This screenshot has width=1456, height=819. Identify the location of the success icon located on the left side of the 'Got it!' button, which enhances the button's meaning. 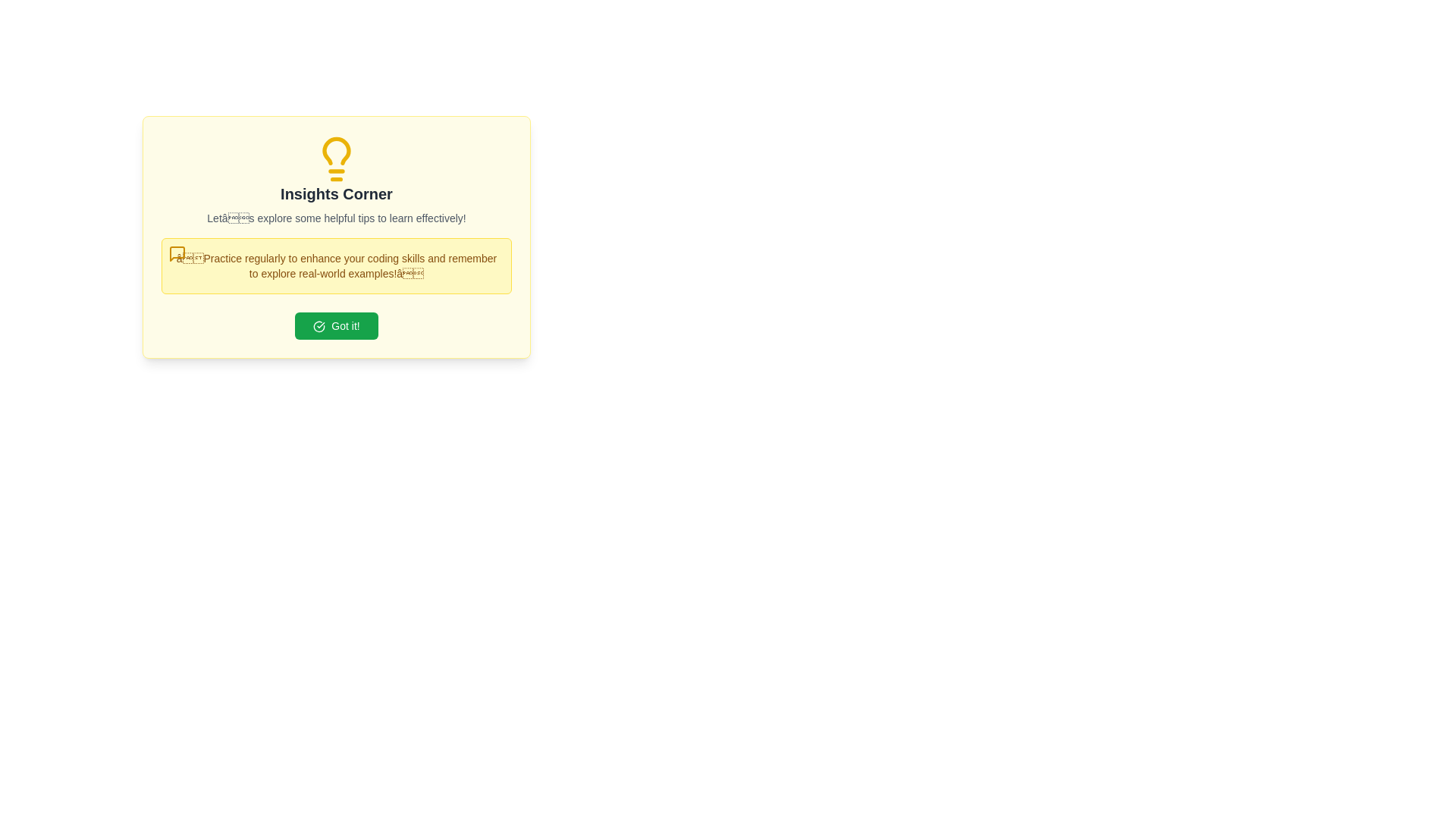
(318, 326).